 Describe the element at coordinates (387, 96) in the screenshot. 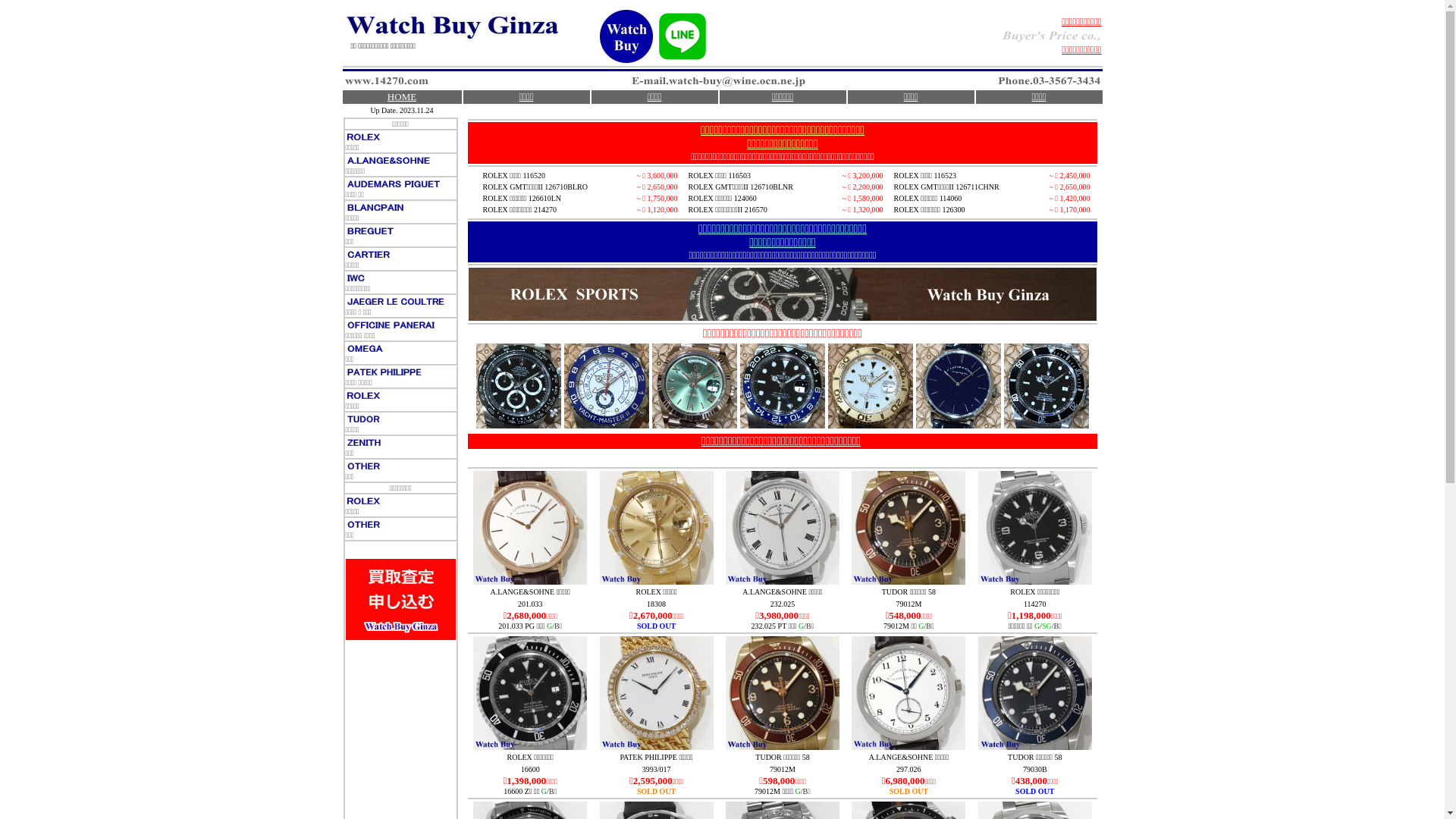

I see `'HOME'` at that location.